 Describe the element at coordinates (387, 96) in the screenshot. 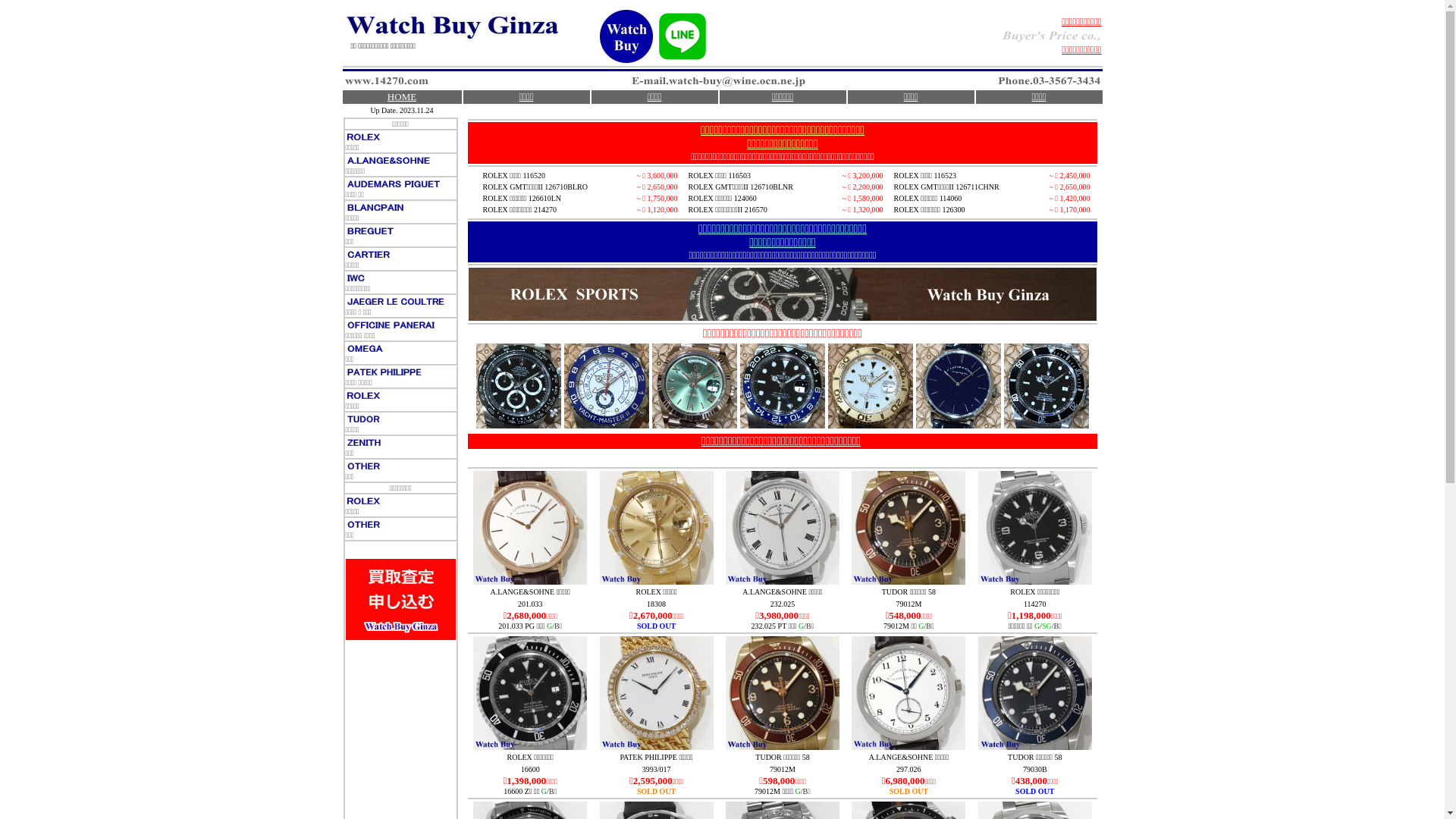

I see `'HOME'` at that location.